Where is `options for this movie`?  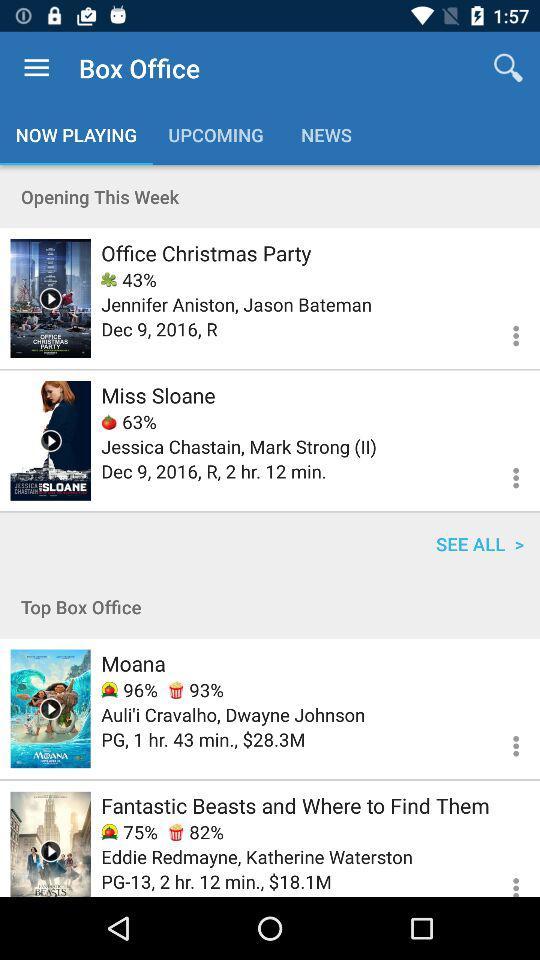 options for this movie is located at coordinates (503, 742).